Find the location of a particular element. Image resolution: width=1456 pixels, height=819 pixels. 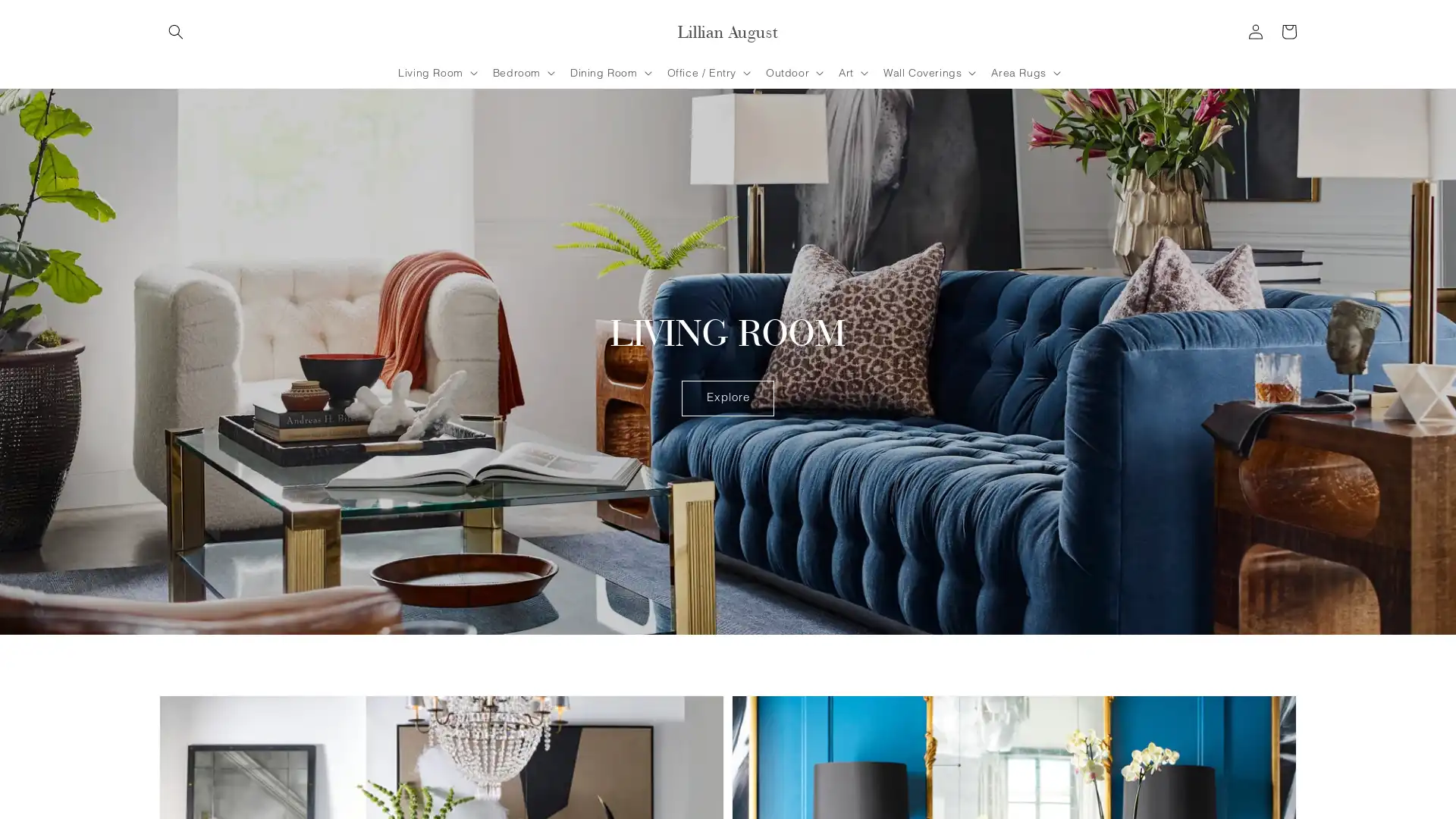

Outdoor is located at coordinates (792, 72).